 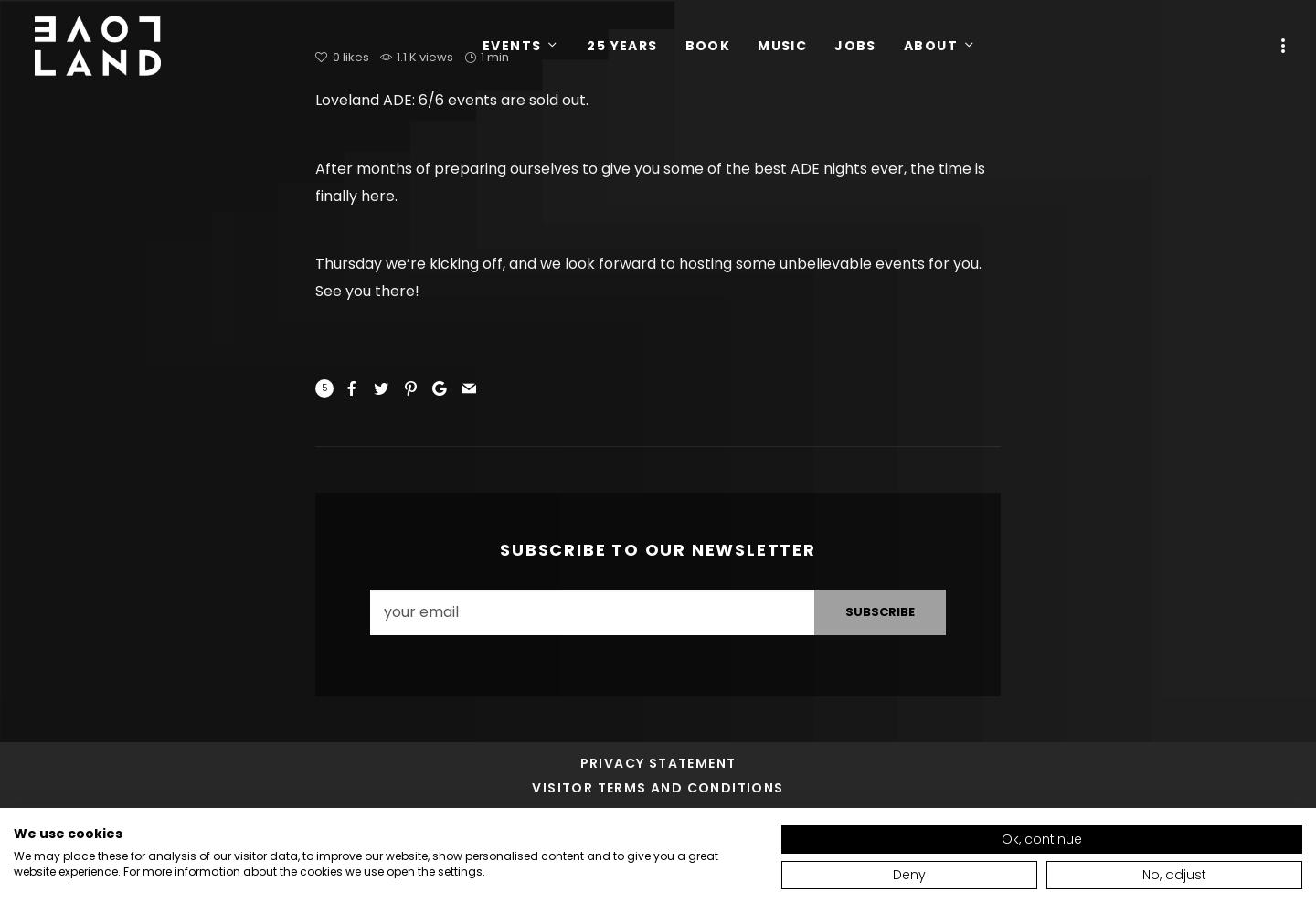 I want to click on 'Loveland ADE: 6/6 events are sold out.', so click(x=451, y=99).